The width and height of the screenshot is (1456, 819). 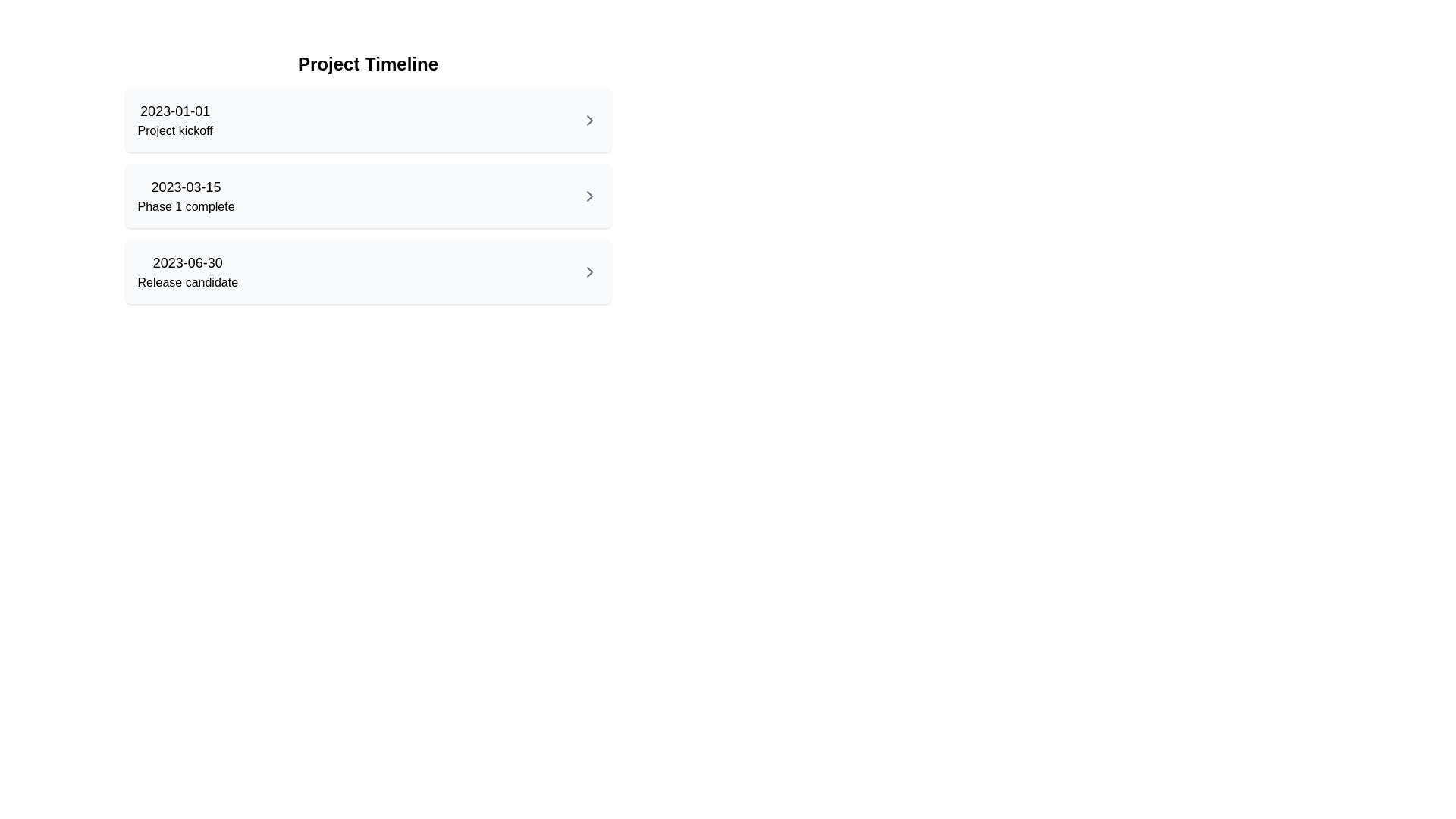 What do you see at coordinates (368, 177) in the screenshot?
I see `the milestone entry for 'Phase 1 complete' on '2023-03-15' in the Project Timeline` at bounding box center [368, 177].